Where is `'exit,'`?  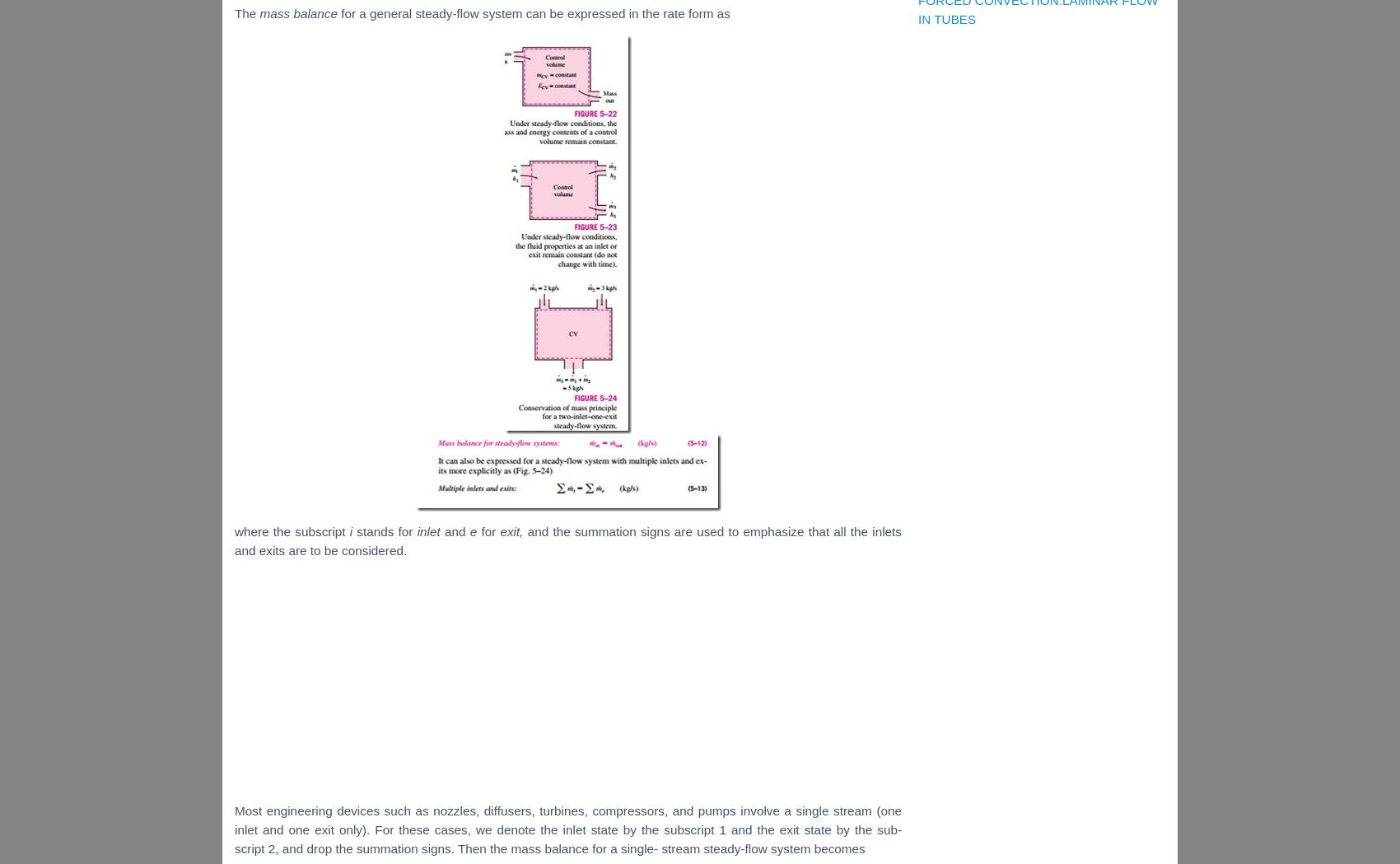
'exit,' is located at coordinates (512, 530).